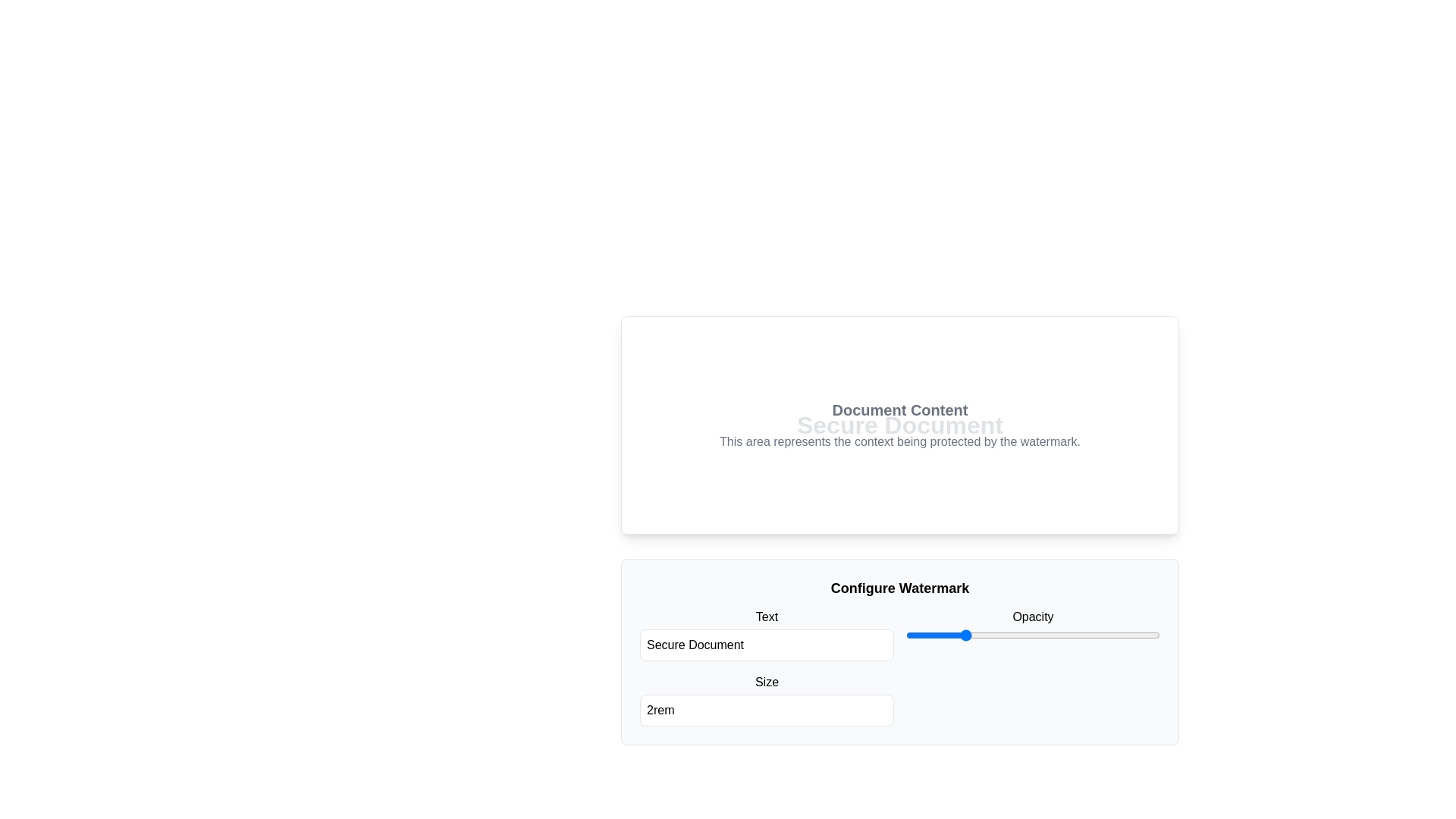  Describe the element at coordinates (899, 425) in the screenshot. I see `the static informational card that presents a visual representation of a secured document, located at the top section of the interface` at that location.